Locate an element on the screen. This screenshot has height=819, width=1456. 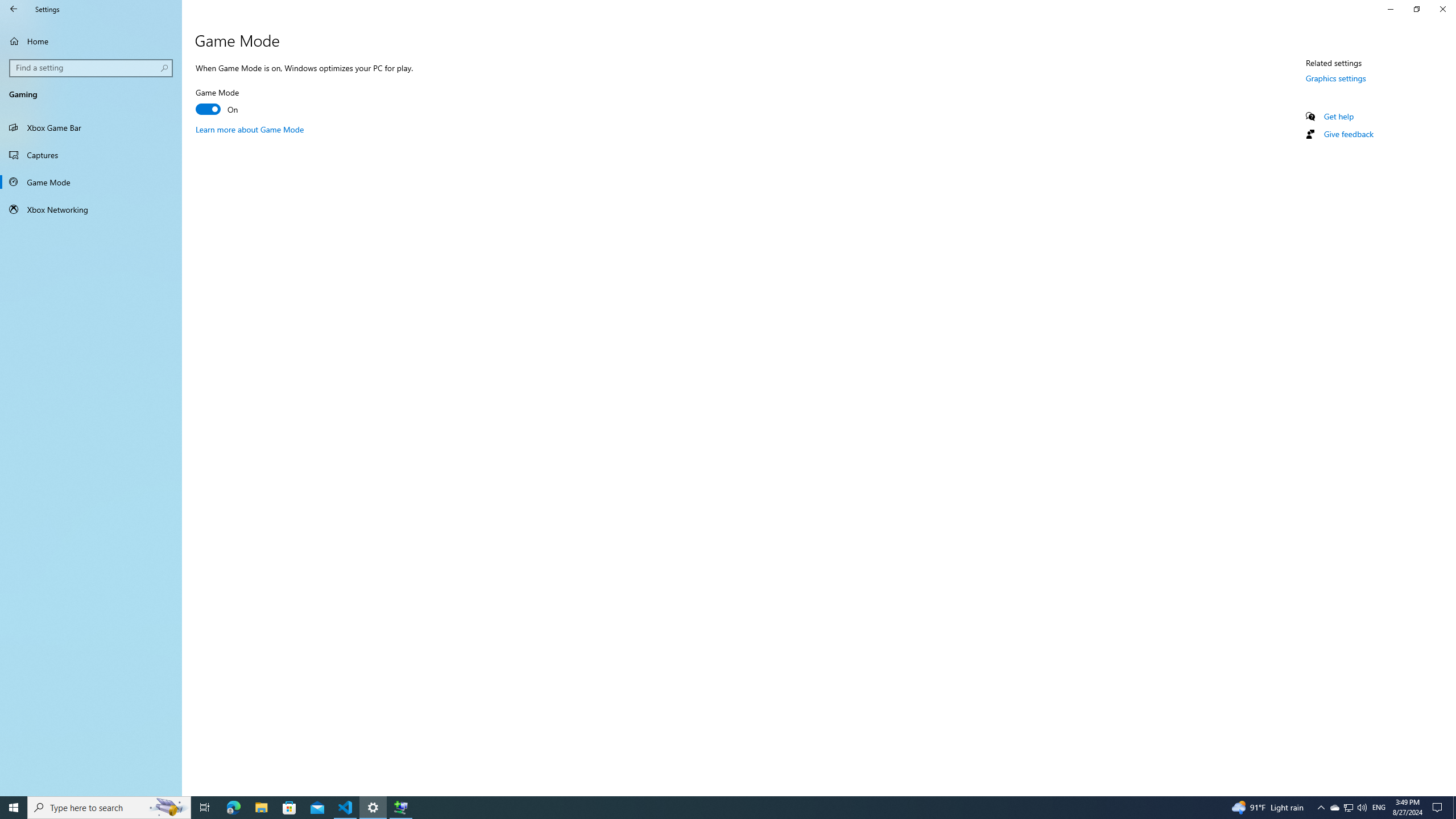
'Action Center, No new notifications' is located at coordinates (1439, 806).